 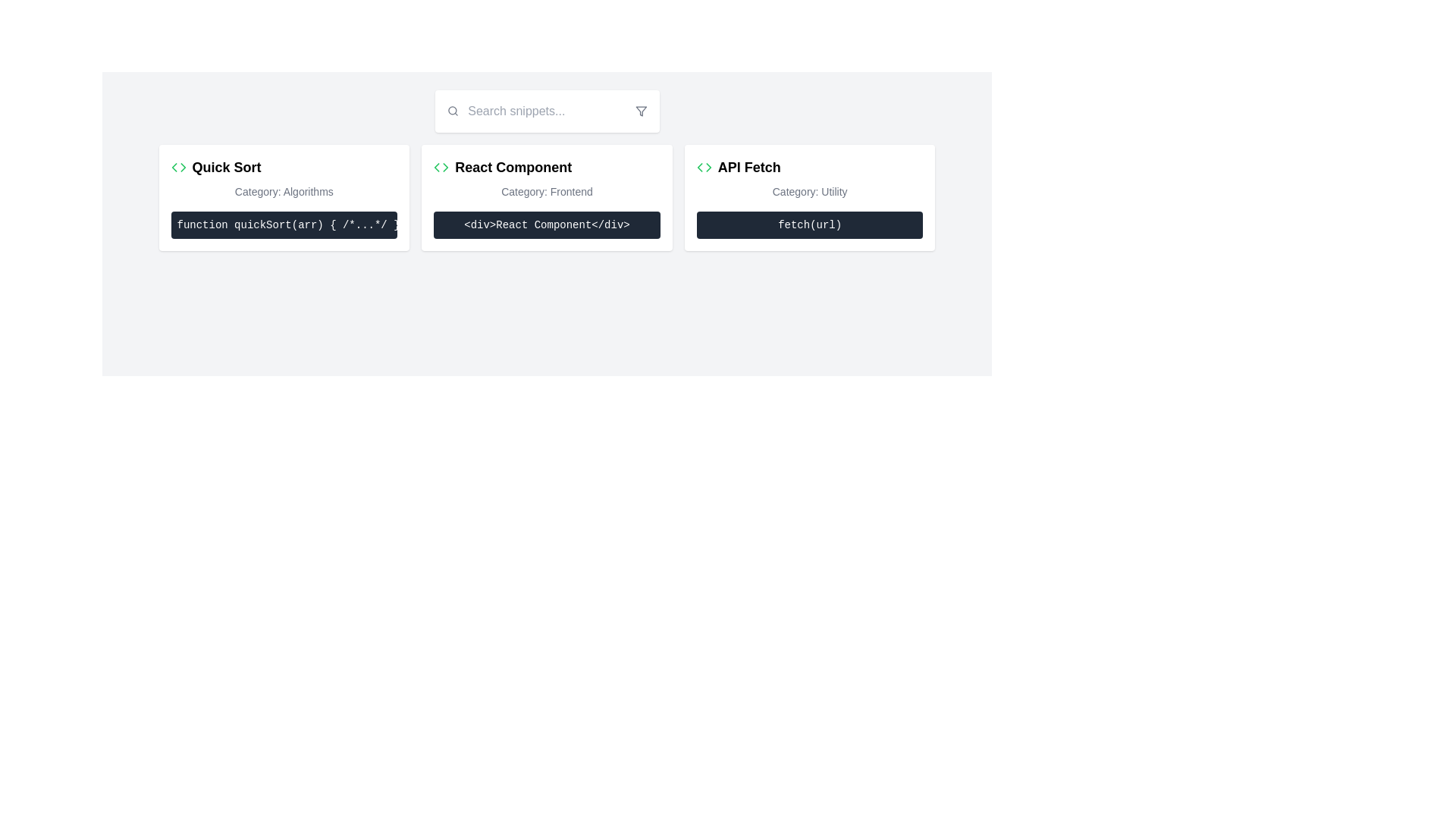 What do you see at coordinates (174, 167) in the screenshot?
I see `the leftward arrow icon within the SVG group located at the top-left corner of the middle card in a horizontally arranged set of cards` at bounding box center [174, 167].